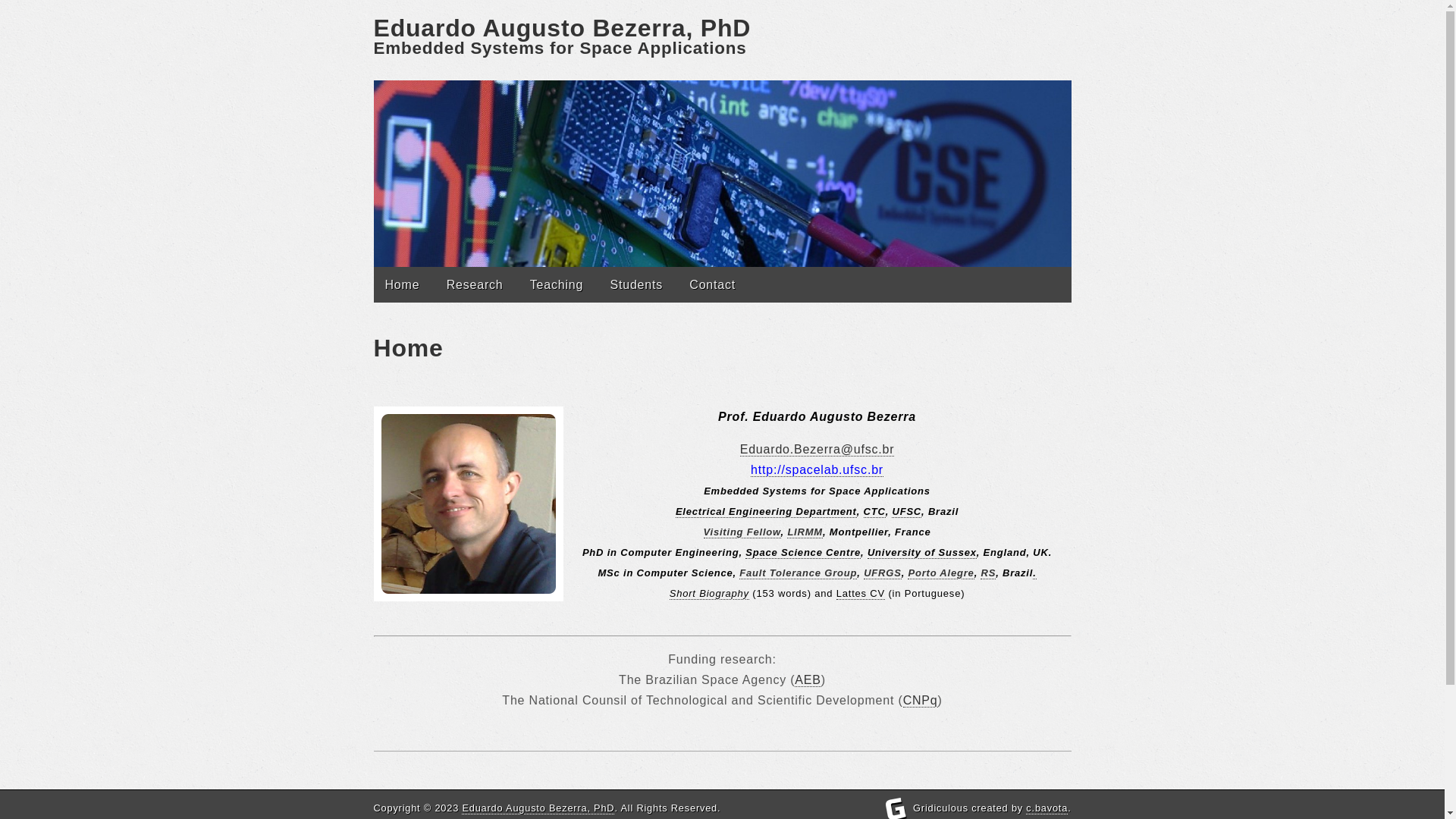 This screenshot has width=1456, height=819. What do you see at coordinates (802, 553) in the screenshot?
I see `'Space Science Centre'` at bounding box center [802, 553].